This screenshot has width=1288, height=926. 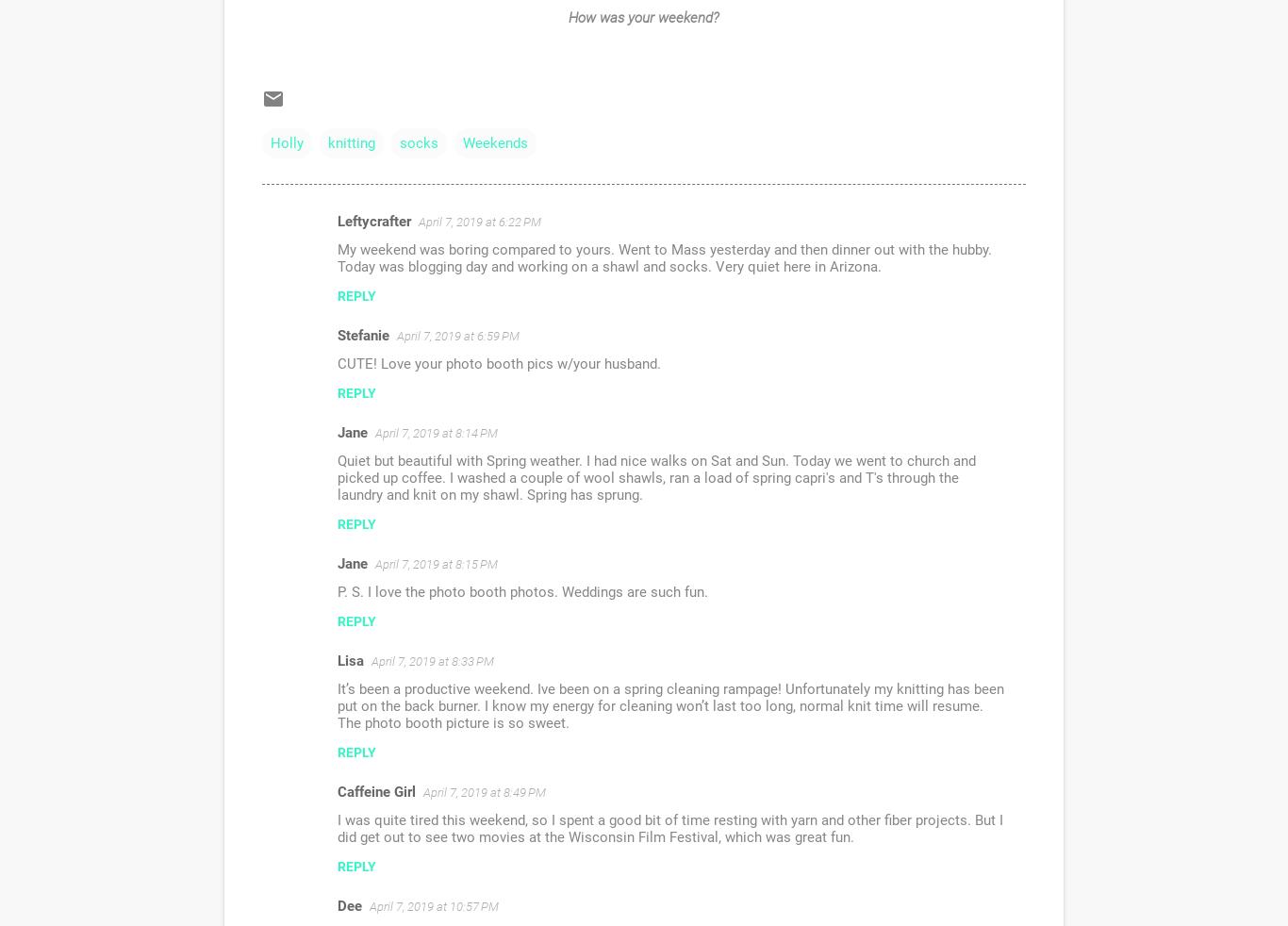 I want to click on 'Quiet but beautiful with Spring weather. I had nice walks on Sat and Sun. Today we went to church and picked up coffee. I washed a couple of wool shawls,  ran a load of spring capri's and T's through the laundry and knit on my shawl. Spring has sprung.', so click(x=656, y=477).